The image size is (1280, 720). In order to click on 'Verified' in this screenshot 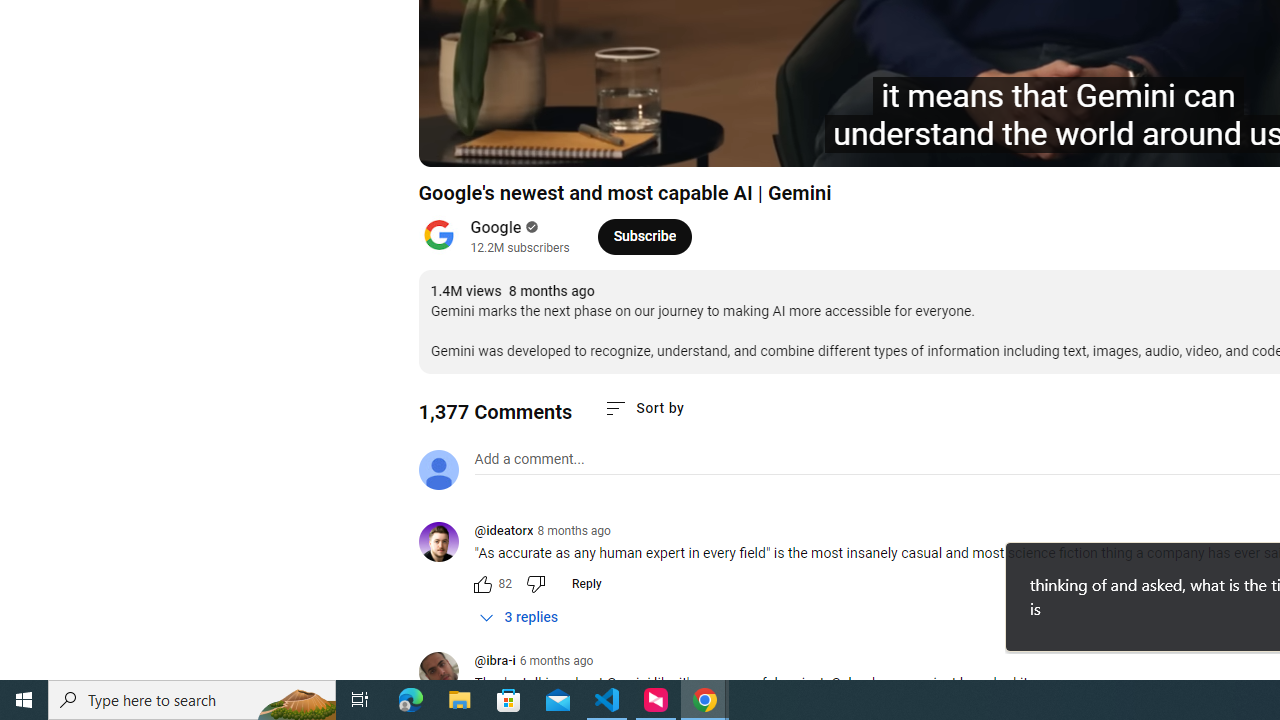, I will do `click(530, 226)`.